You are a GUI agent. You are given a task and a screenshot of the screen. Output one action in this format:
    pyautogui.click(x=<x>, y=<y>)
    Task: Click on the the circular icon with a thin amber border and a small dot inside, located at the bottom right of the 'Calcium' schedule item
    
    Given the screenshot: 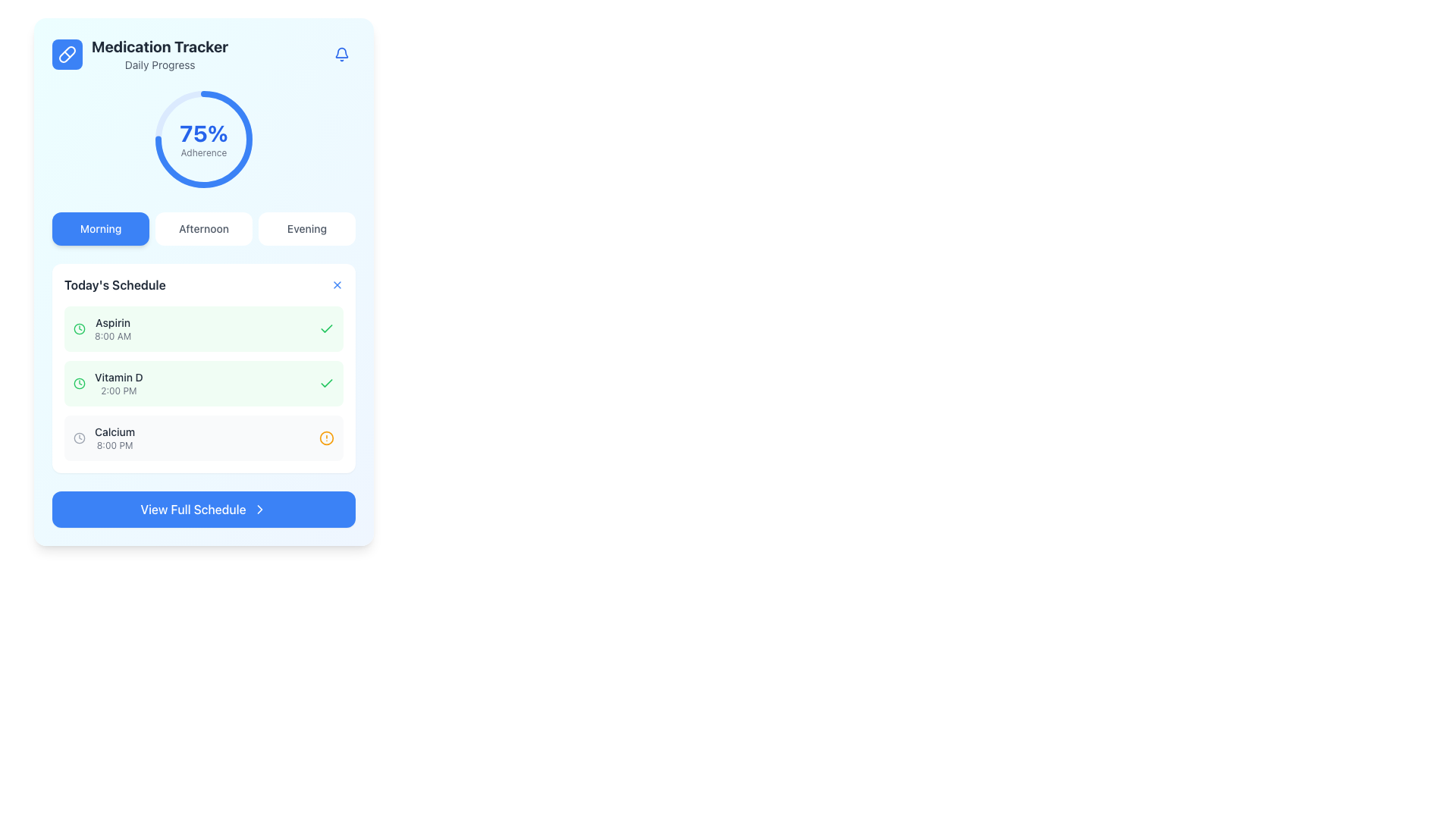 What is the action you would take?
    pyautogui.click(x=326, y=438)
    